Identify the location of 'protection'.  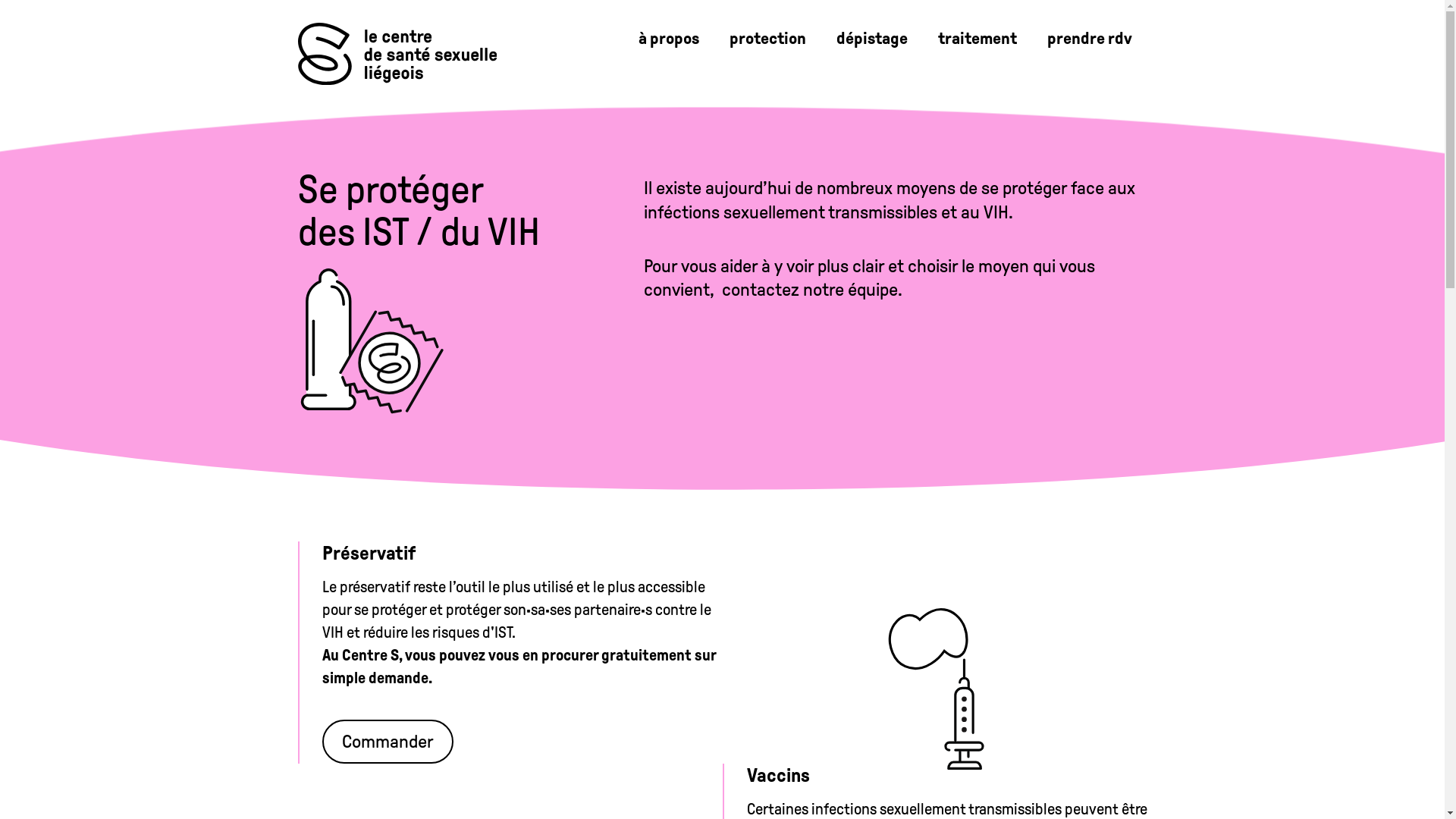
(713, 37).